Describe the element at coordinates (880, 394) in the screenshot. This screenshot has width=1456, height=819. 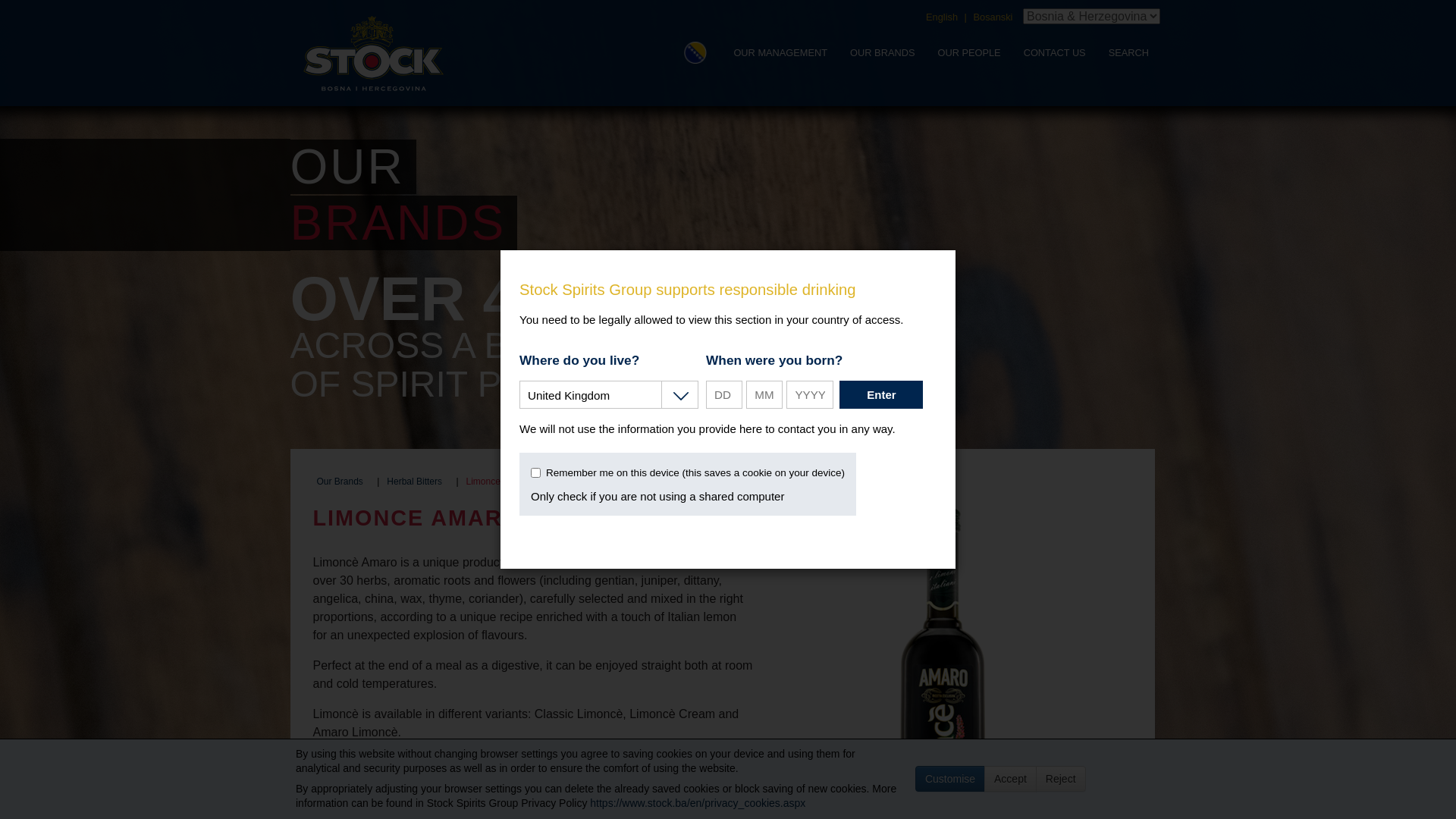
I see `'Enter'` at that location.